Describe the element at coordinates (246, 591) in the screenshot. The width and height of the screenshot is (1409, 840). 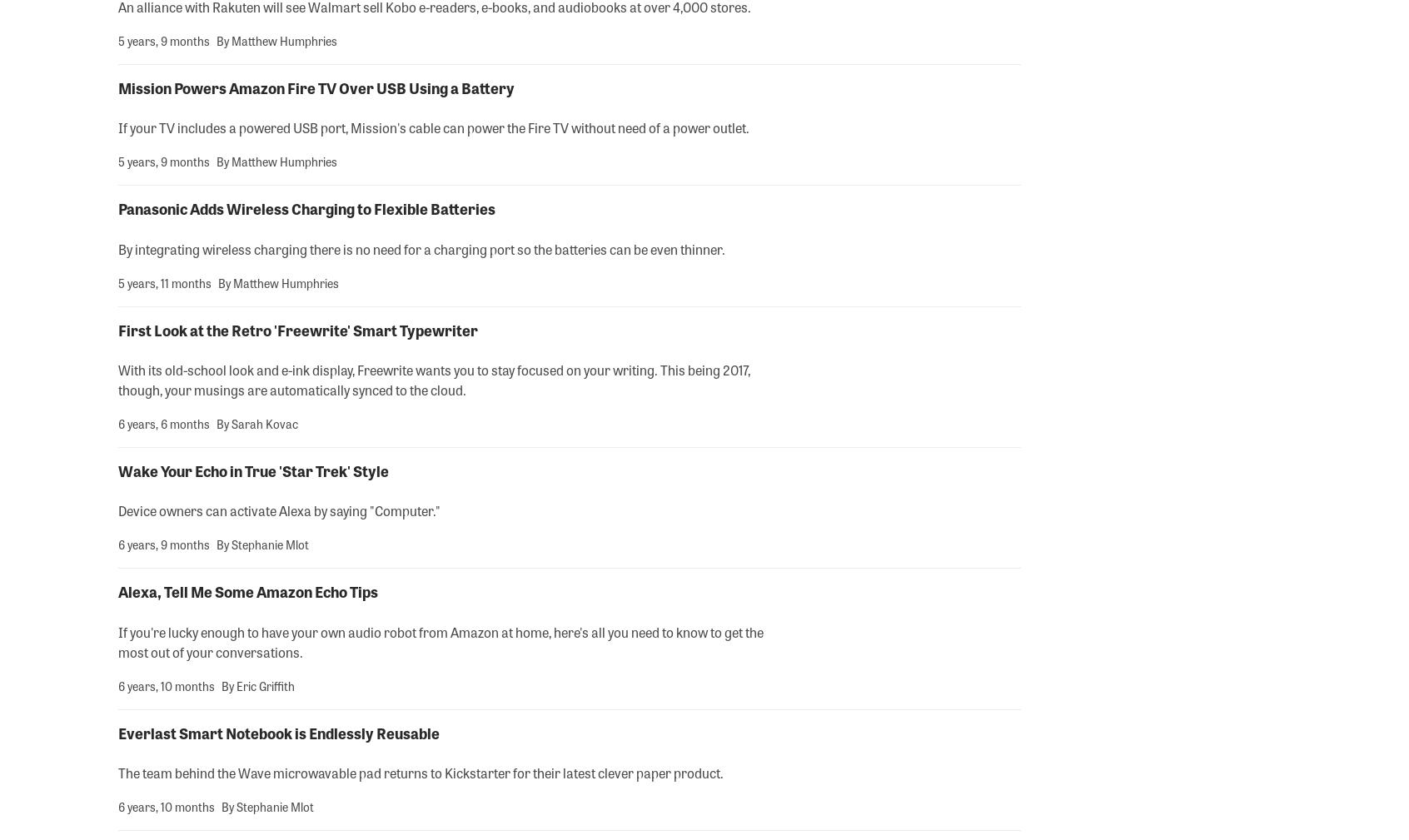
I see `'Alexa, Tell Me Some Amazon Echo Tips'` at that location.